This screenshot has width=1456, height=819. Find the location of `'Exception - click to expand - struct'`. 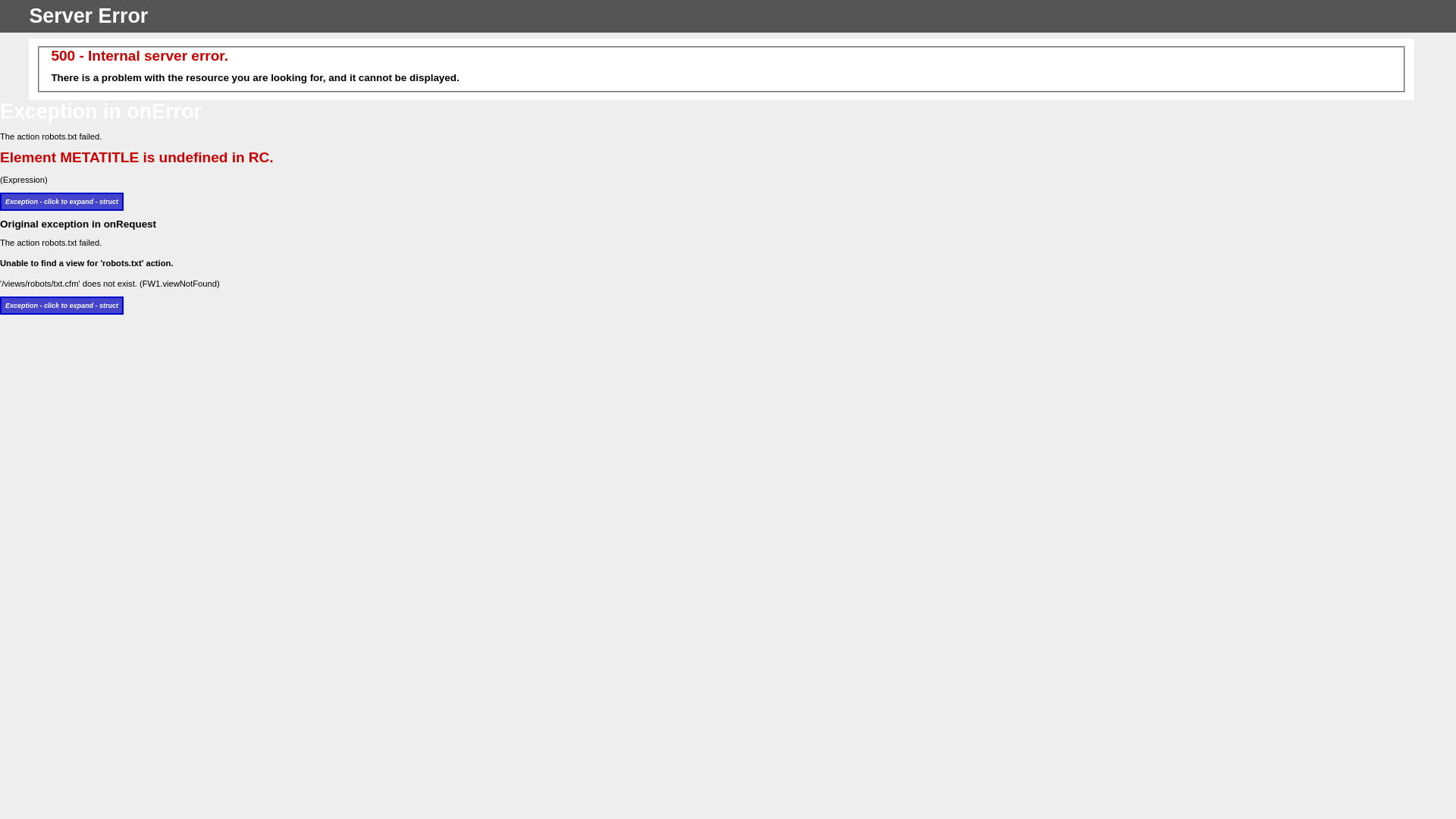

'Exception - click to expand - struct' is located at coordinates (61, 201).